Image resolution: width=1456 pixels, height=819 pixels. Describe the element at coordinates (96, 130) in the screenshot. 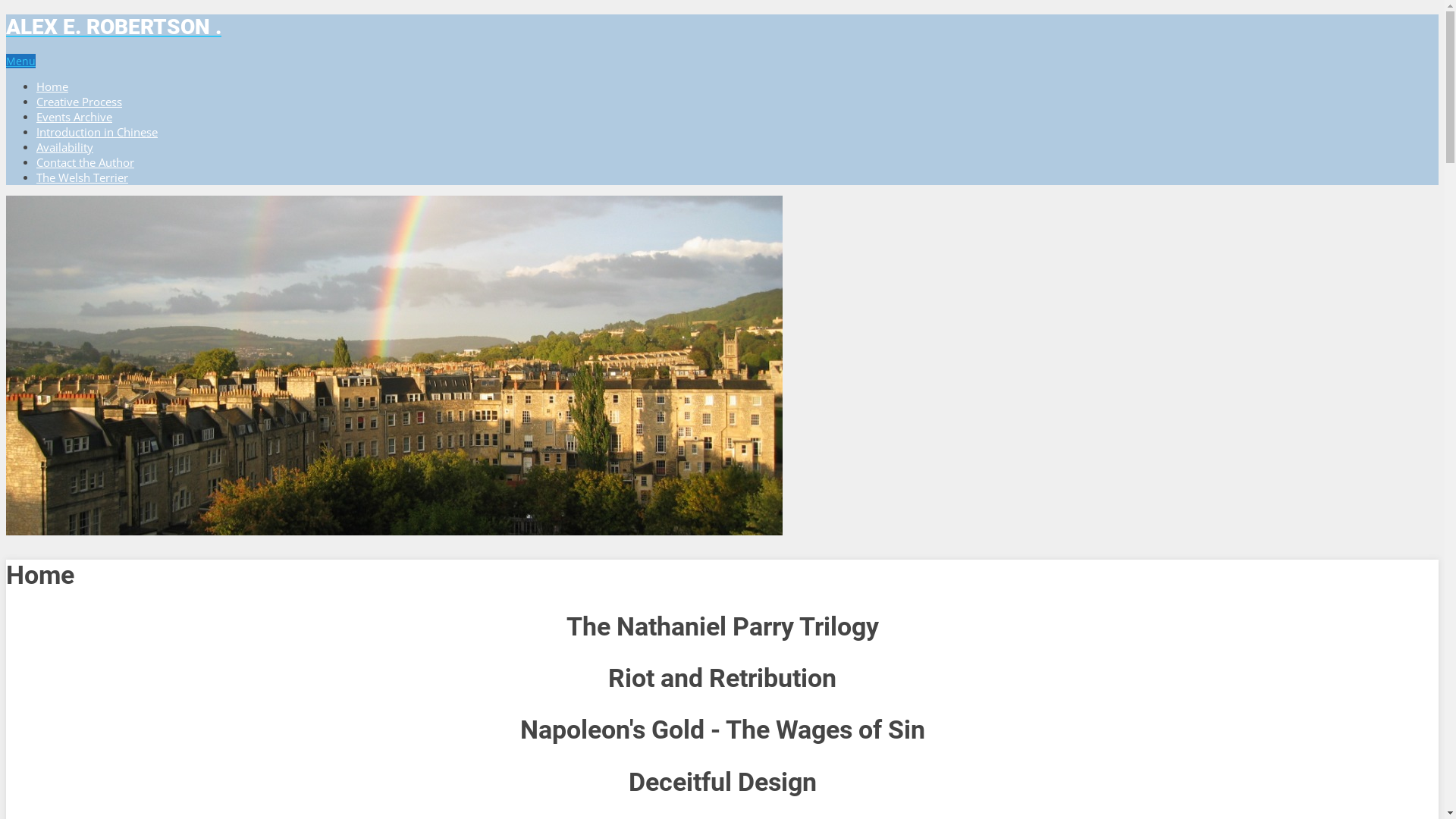

I see `'Introduction in Chinese'` at that location.